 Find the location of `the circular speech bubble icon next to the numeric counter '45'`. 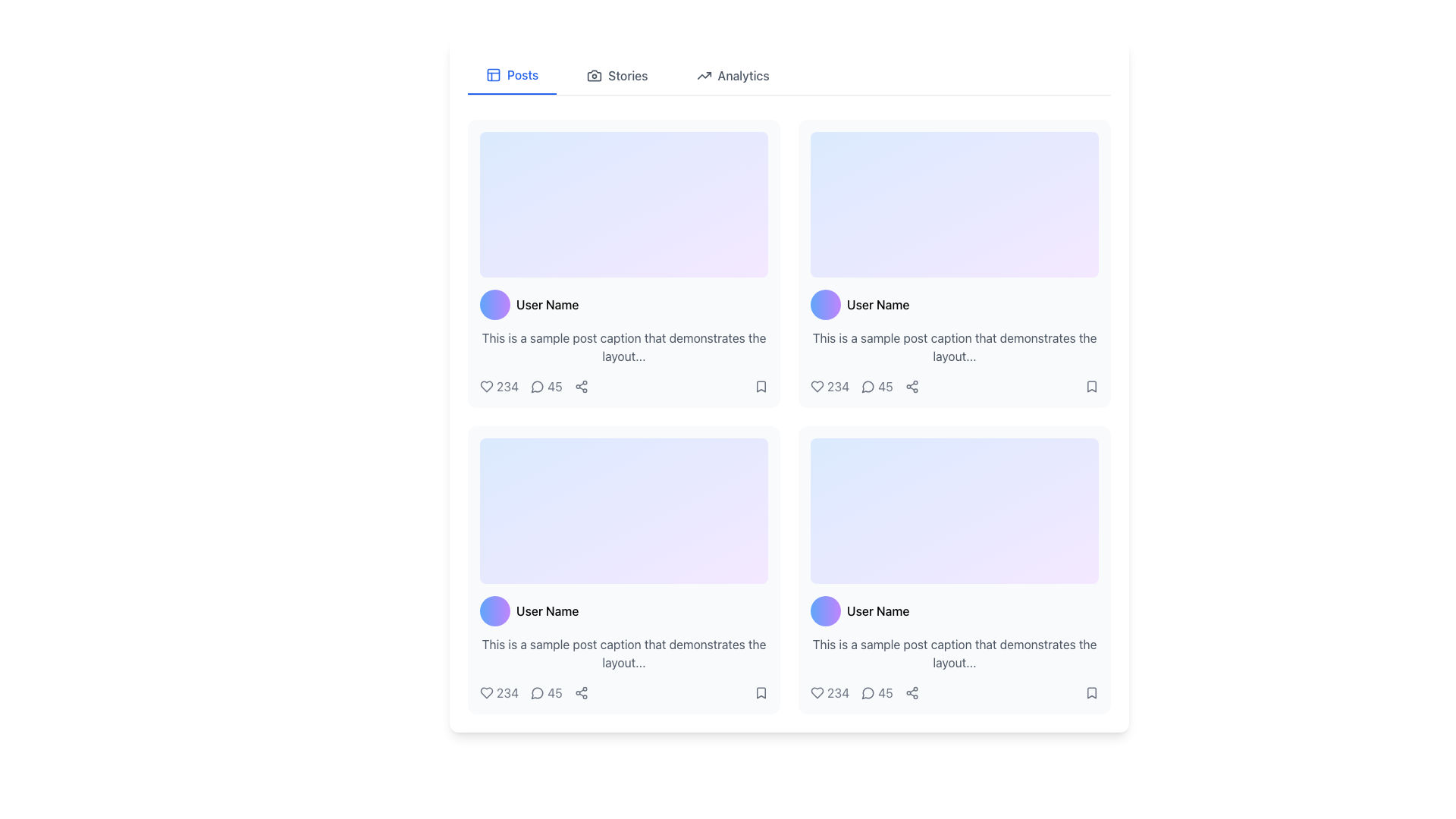

the circular speech bubble icon next to the numeric counter '45' is located at coordinates (538, 693).